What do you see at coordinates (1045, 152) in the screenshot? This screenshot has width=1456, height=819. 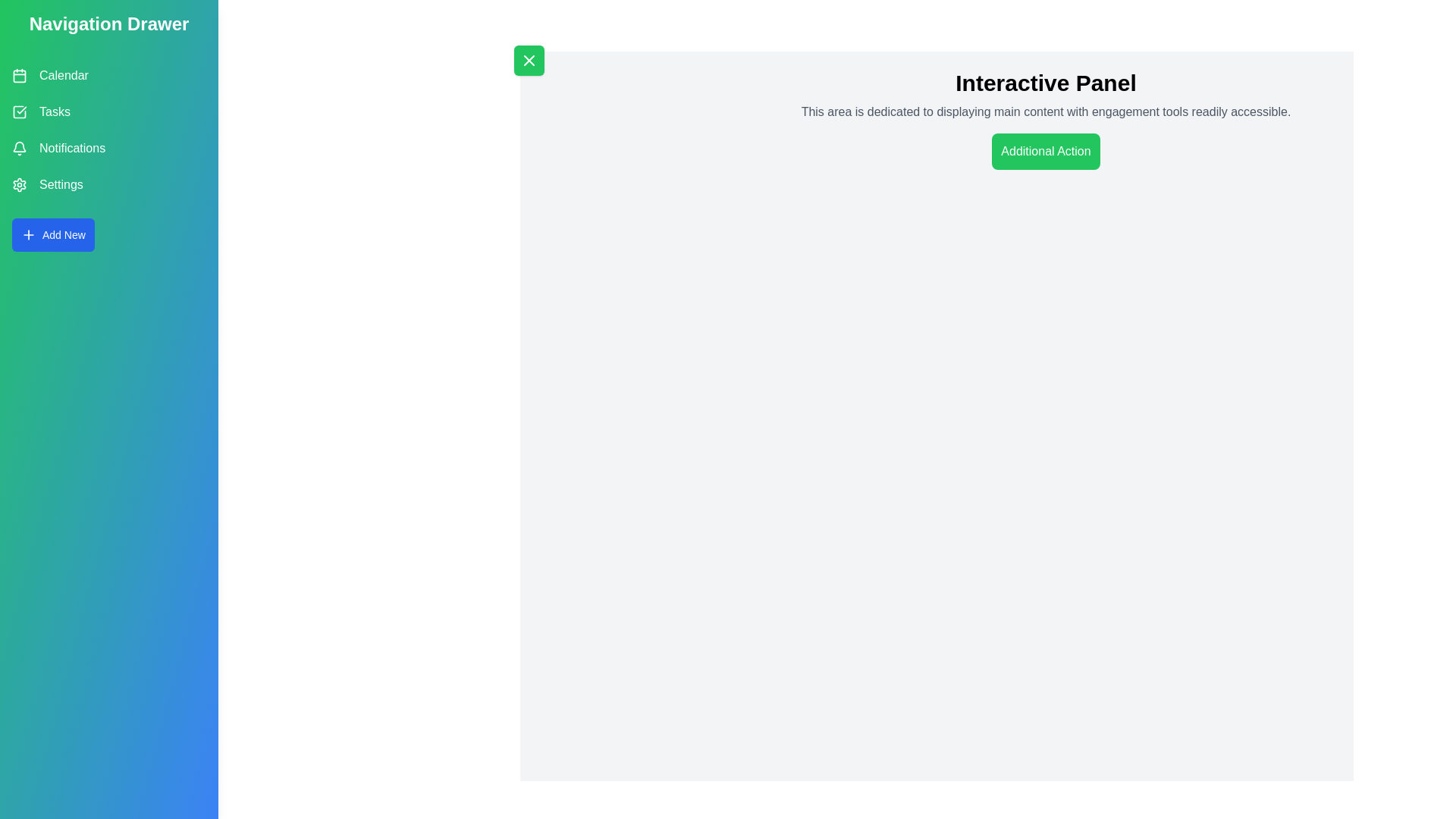 I see `the vibrant green button labeled 'Additional Action' located within the 'Interactive Panel'` at bounding box center [1045, 152].